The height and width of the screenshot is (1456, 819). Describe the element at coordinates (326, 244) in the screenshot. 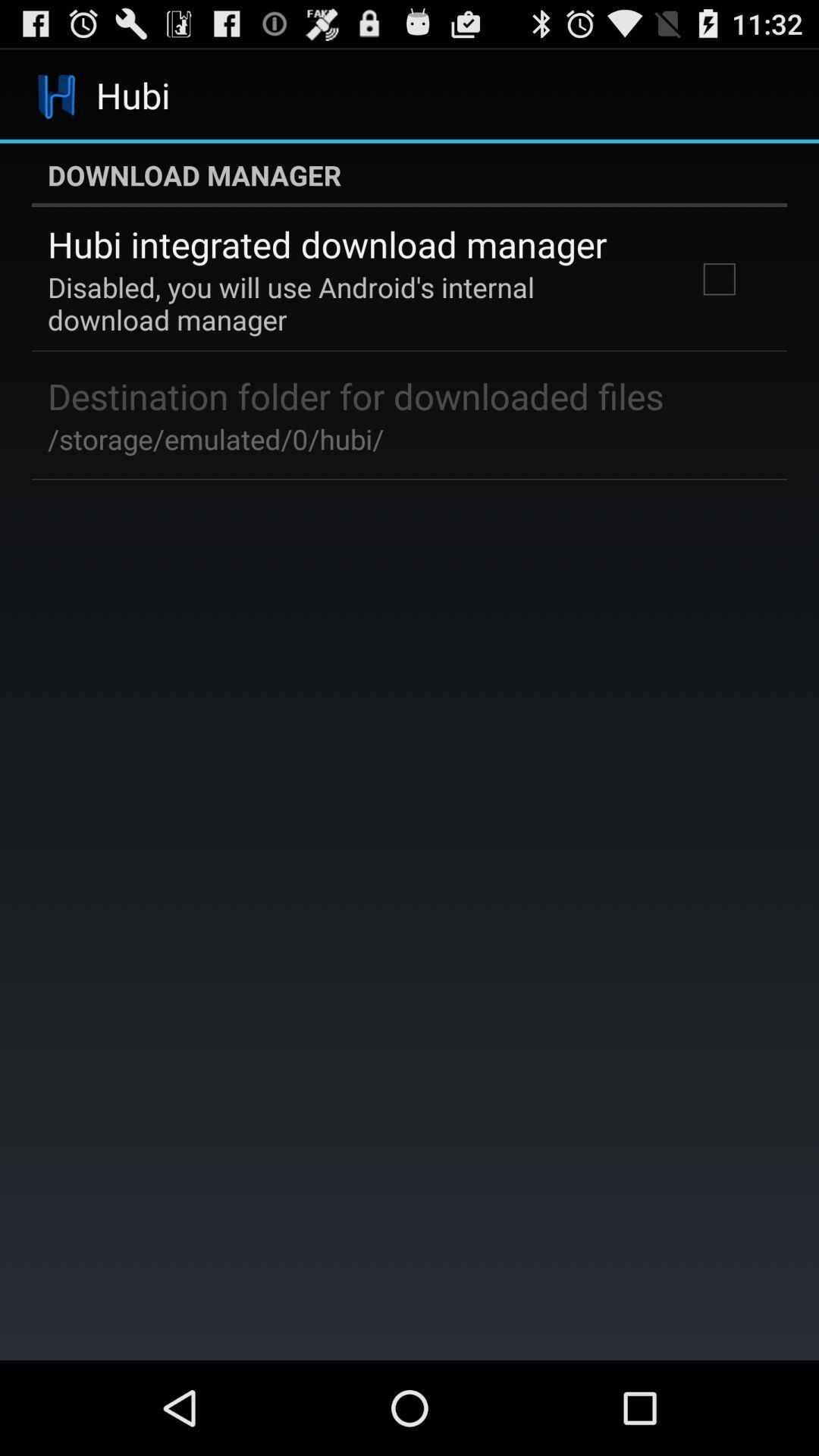

I see `the item below the download manager icon` at that location.